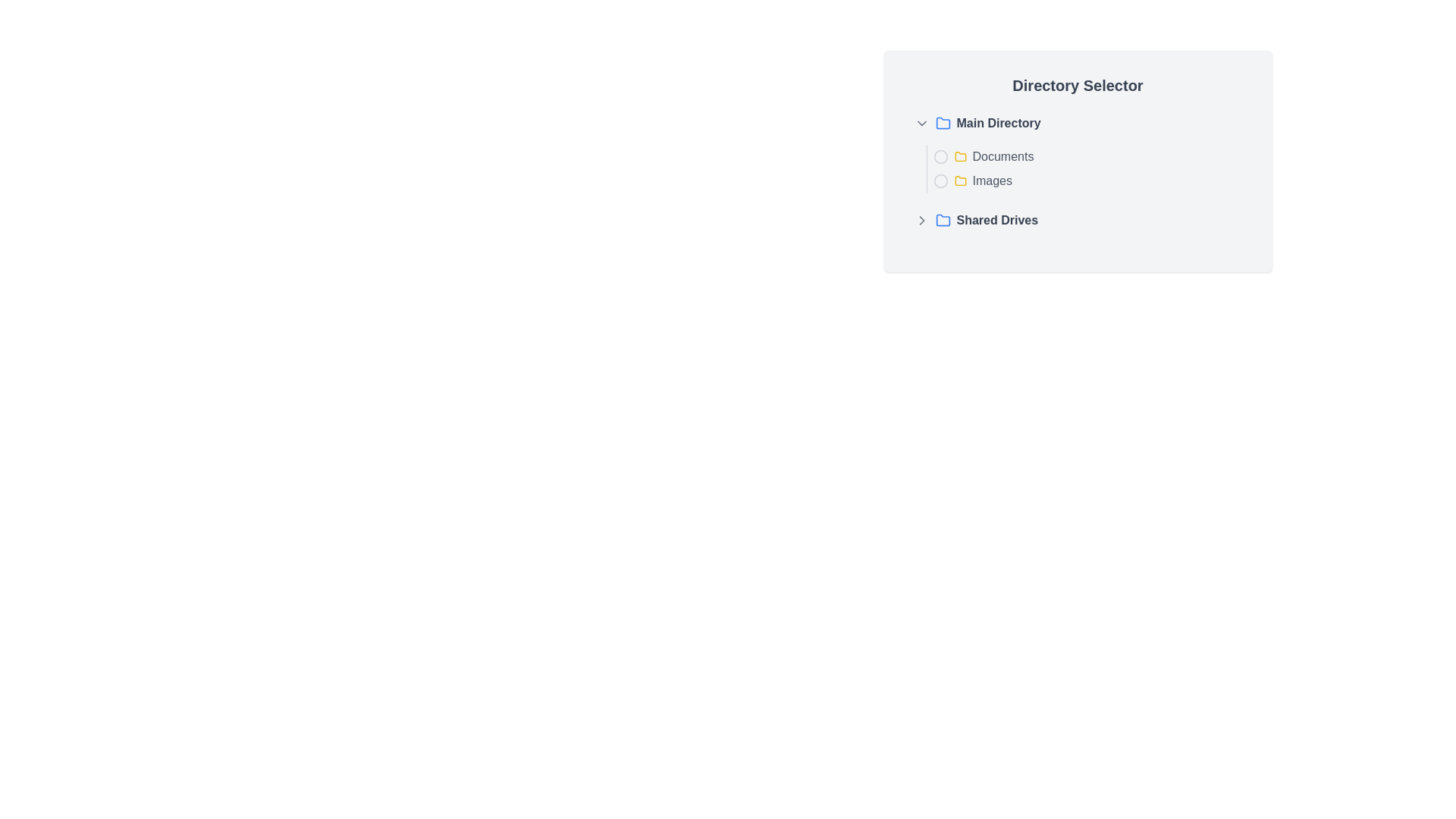 Image resolution: width=1456 pixels, height=819 pixels. Describe the element at coordinates (940, 180) in the screenshot. I see `the hollow gray circle icon next to the folder labeled 'Images'` at that location.